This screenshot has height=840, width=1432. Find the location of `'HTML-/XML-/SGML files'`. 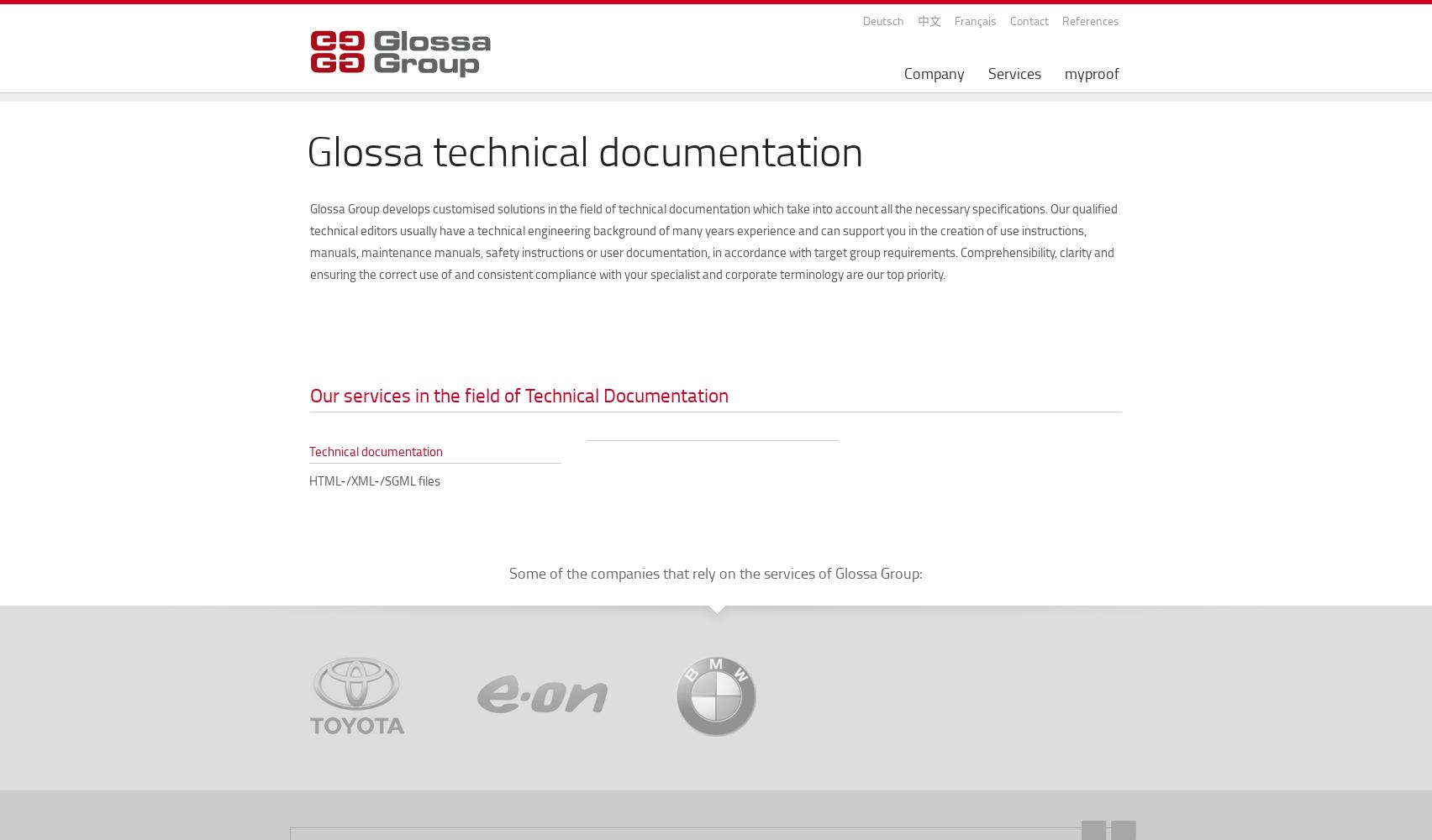

'HTML-/XML-/SGML files' is located at coordinates (374, 480).